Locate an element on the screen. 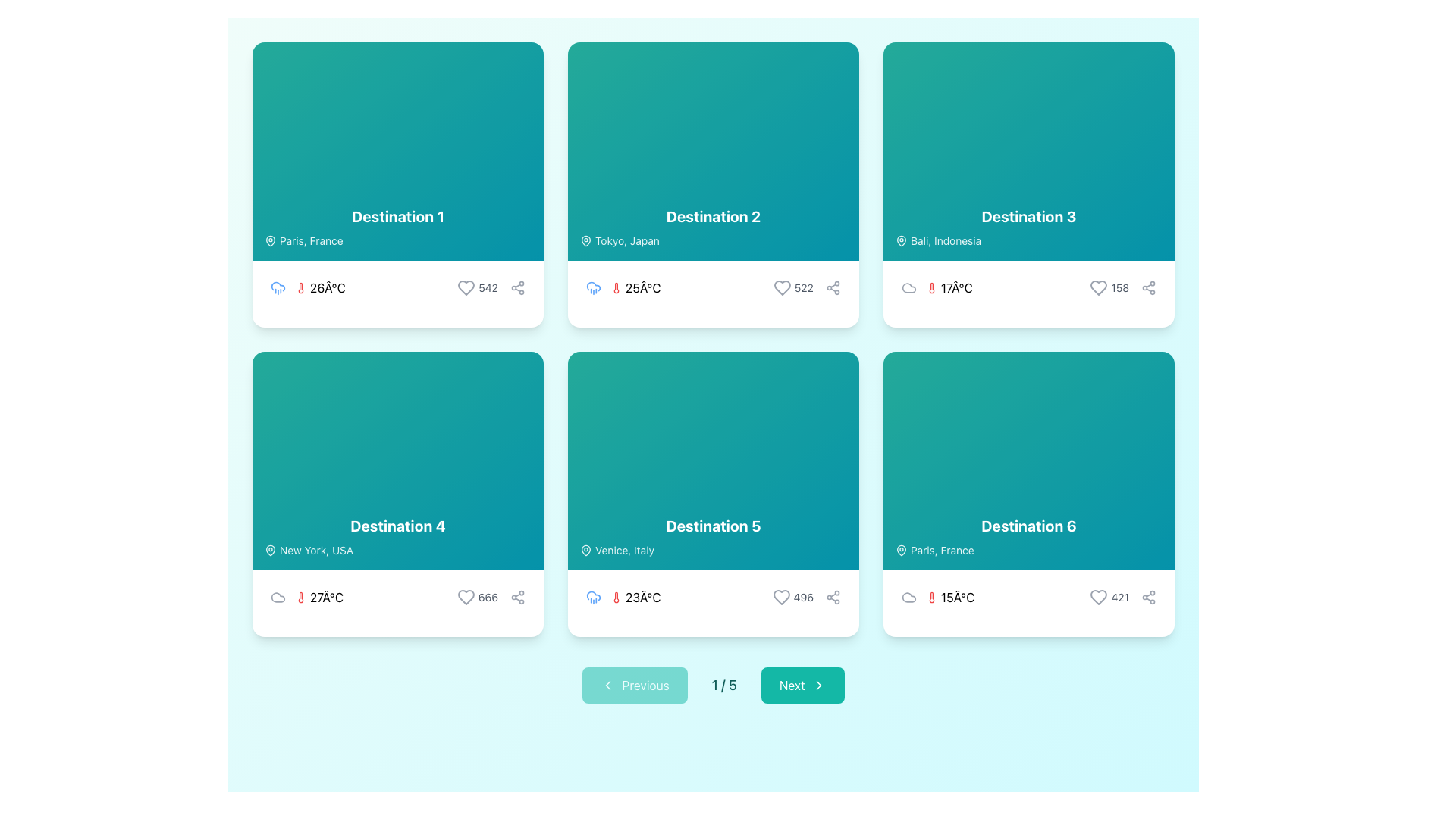 The height and width of the screenshot is (819, 1456). the text label indicating the geographical location associated with the 'Destination 5' card, located in the lower-left section alongside a location icon is located at coordinates (625, 550).